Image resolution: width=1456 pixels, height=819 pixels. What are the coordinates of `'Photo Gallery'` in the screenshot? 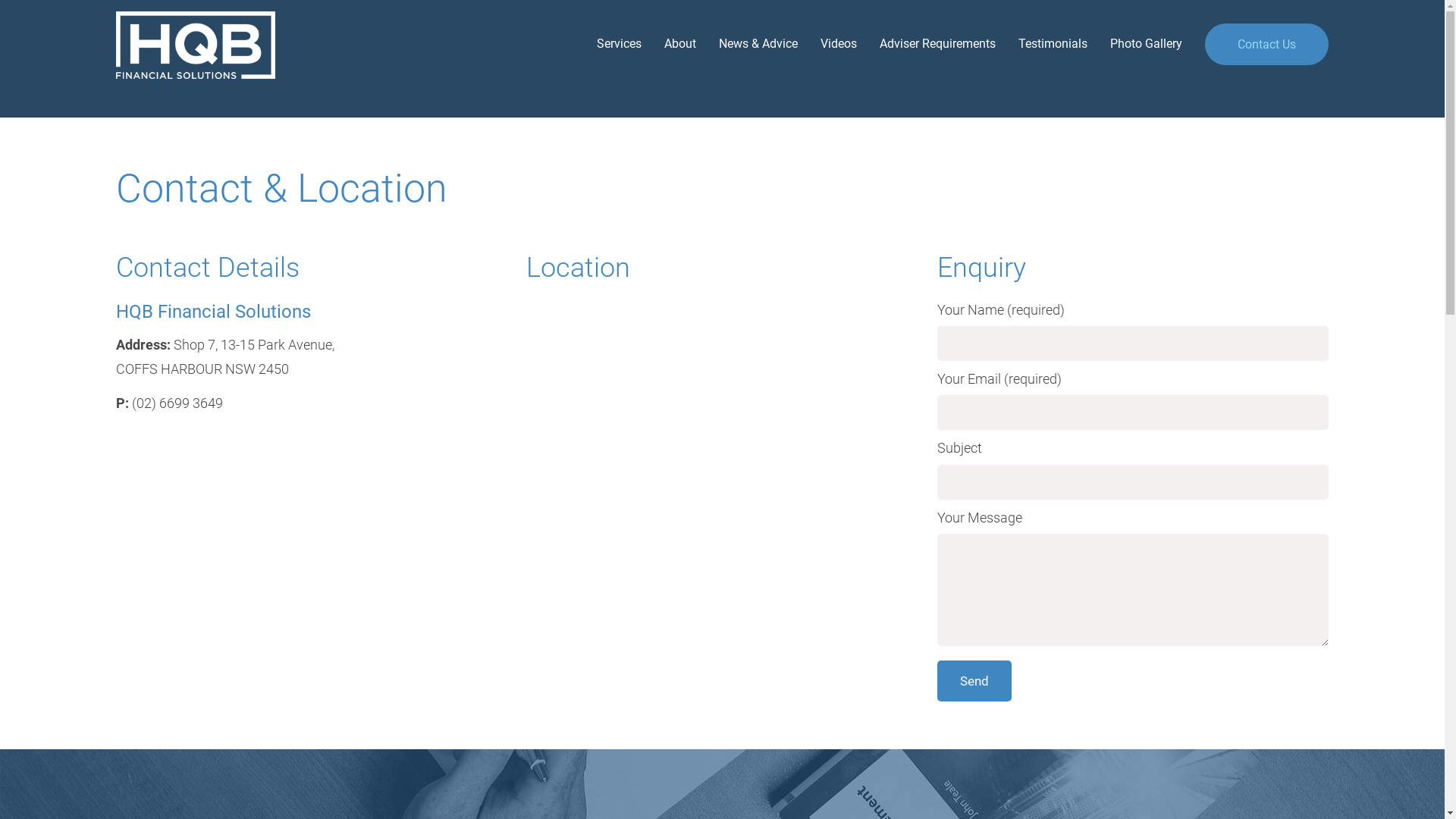 It's located at (1134, 42).